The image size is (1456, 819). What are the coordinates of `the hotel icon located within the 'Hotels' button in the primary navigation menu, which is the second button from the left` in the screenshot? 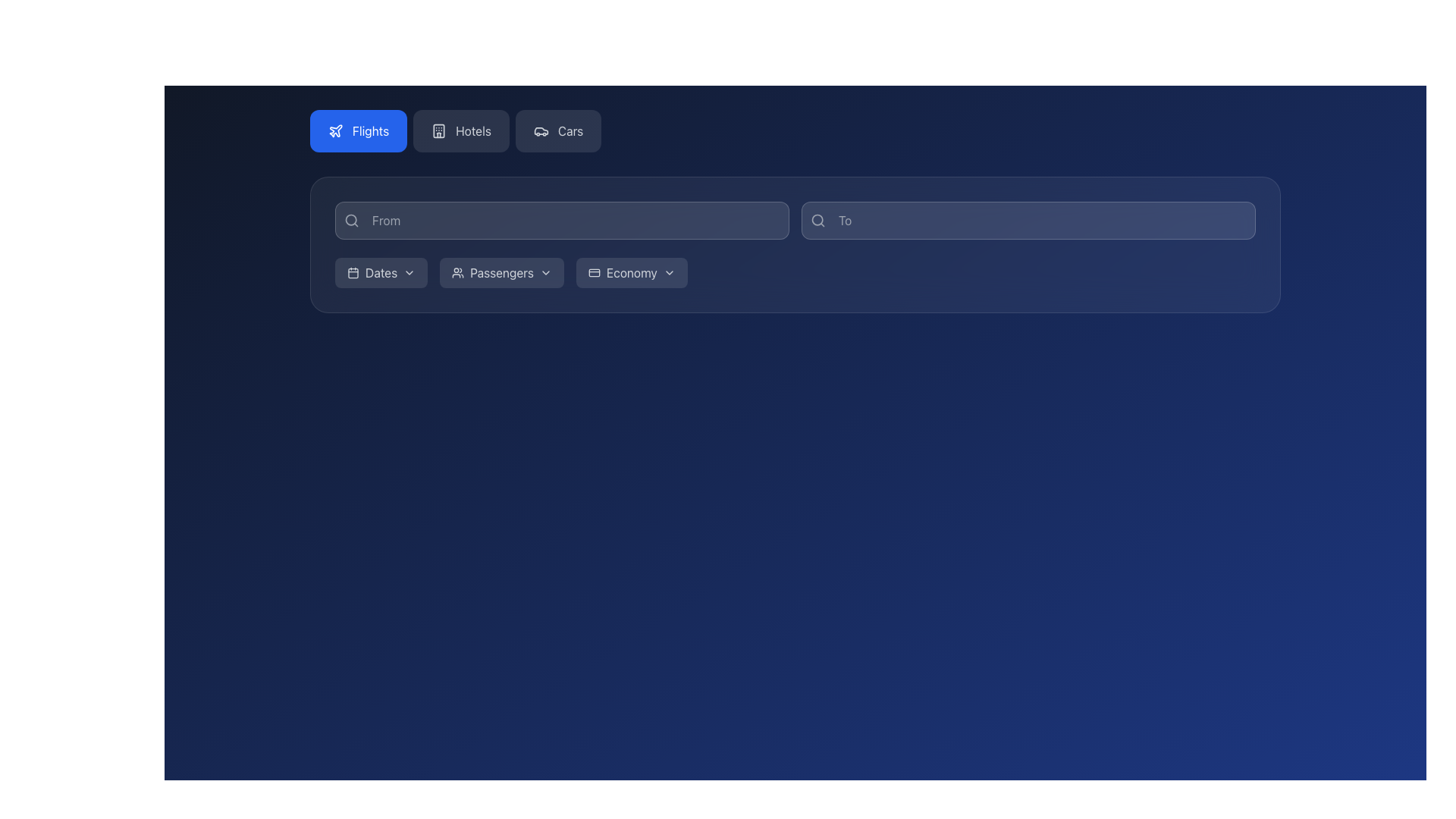 It's located at (438, 130).